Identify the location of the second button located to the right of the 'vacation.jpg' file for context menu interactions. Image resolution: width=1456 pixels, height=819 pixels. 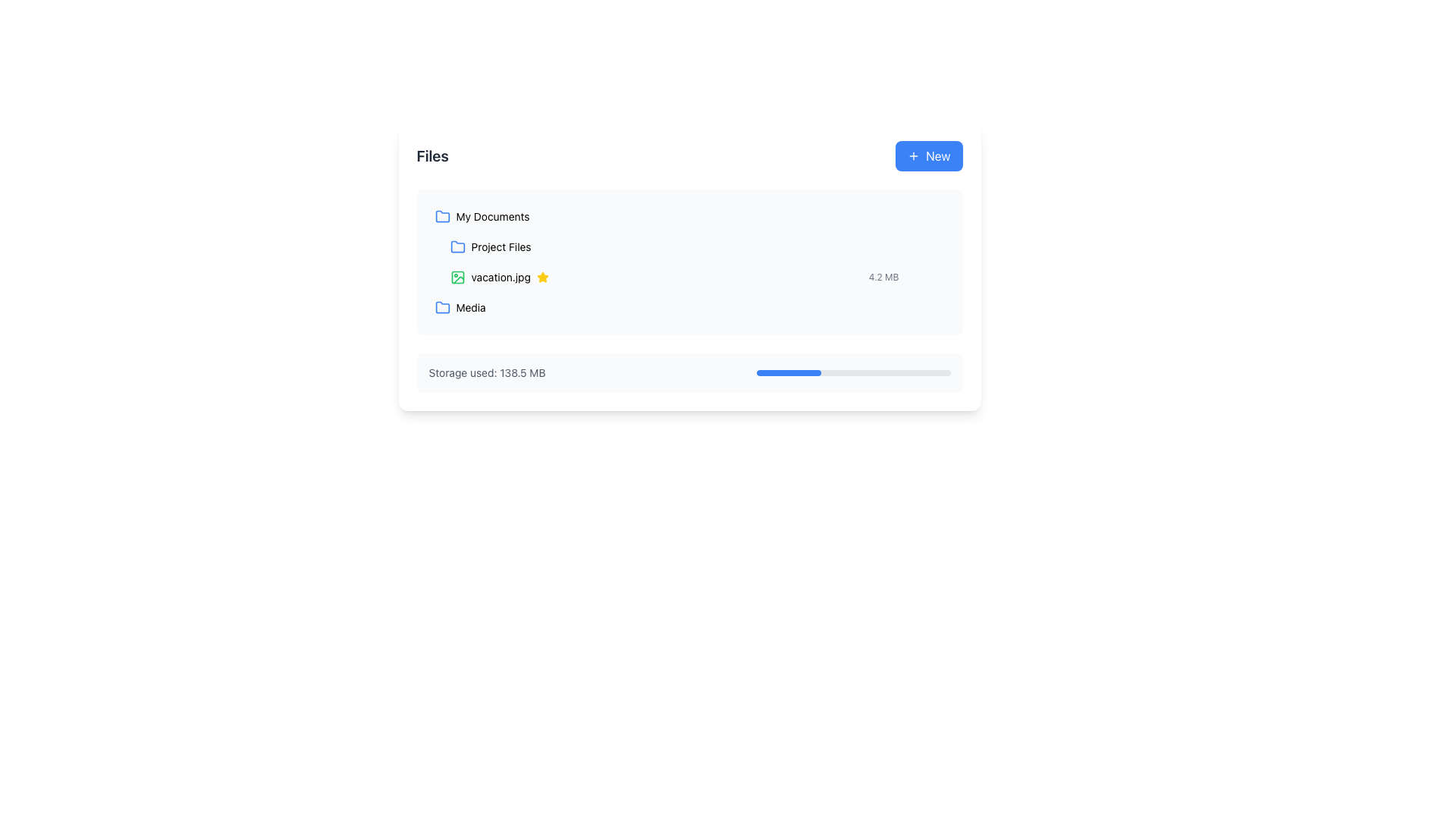
(934, 278).